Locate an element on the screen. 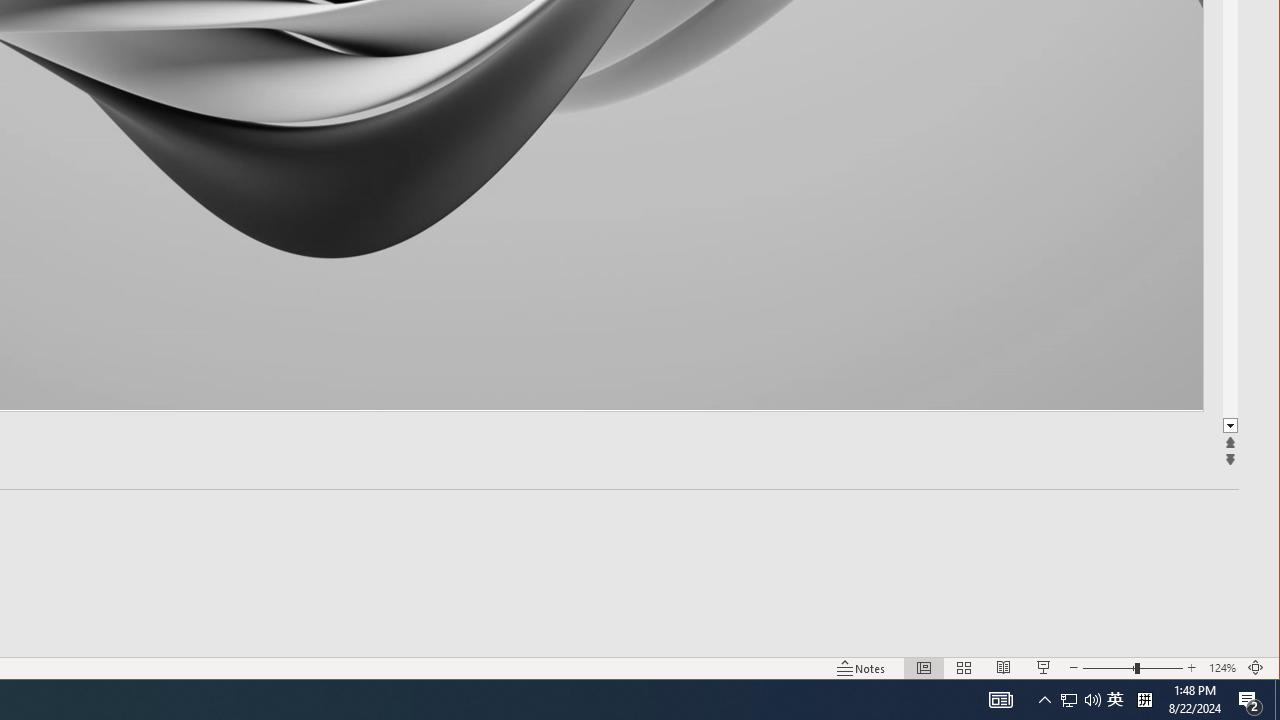 This screenshot has width=1280, height=720. 'Notification Chevron' is located at coordinates (1044, 698).